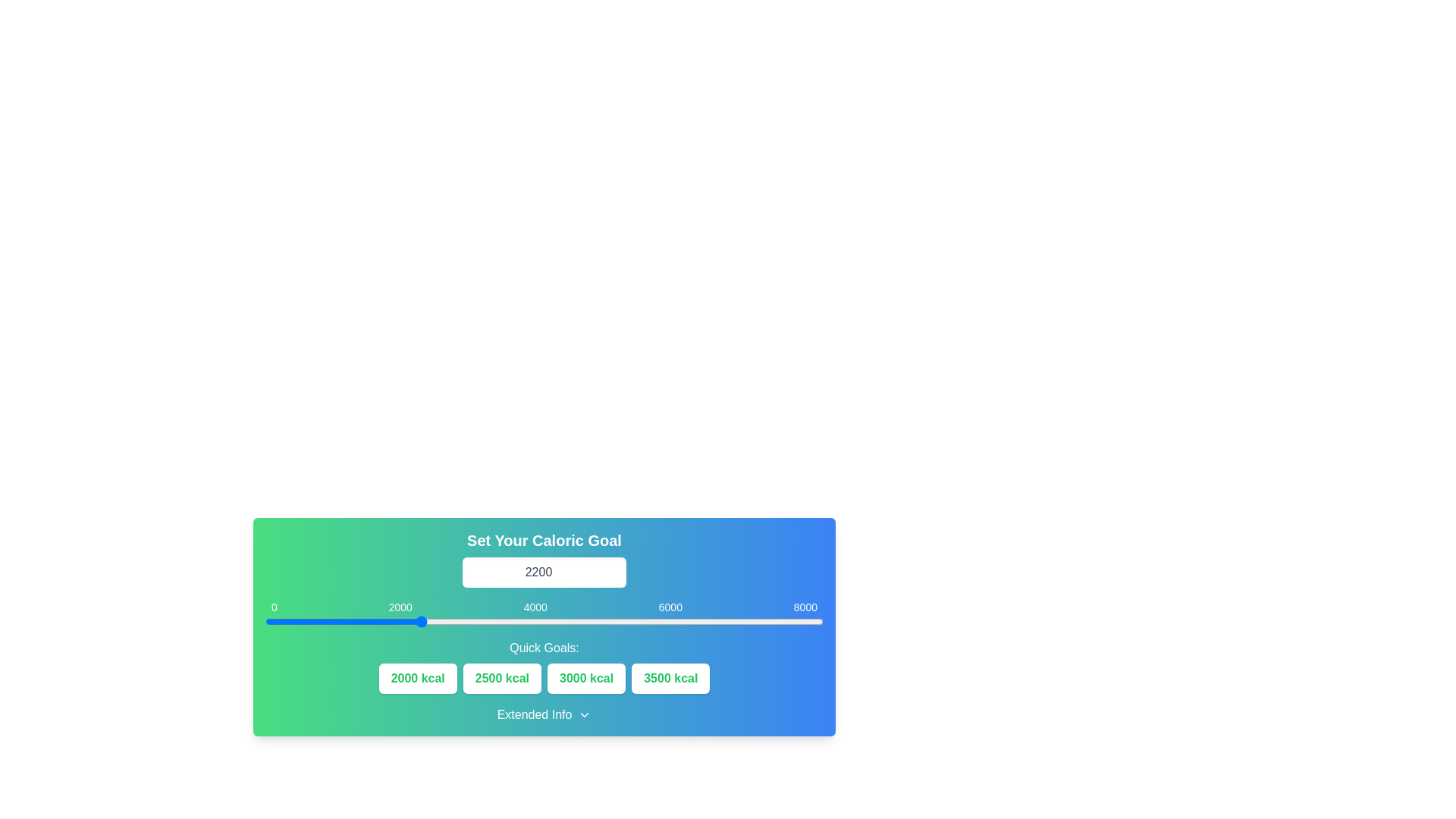 Image resolution: width=1456 pixels, height=819 pixels. I want to click on the numerical scale displaying values 0, 2000, 4000, 6000, and 8000, which is positioned above the slider control and below the title 'Set Your Caloric Goal.', so click(544, 607).